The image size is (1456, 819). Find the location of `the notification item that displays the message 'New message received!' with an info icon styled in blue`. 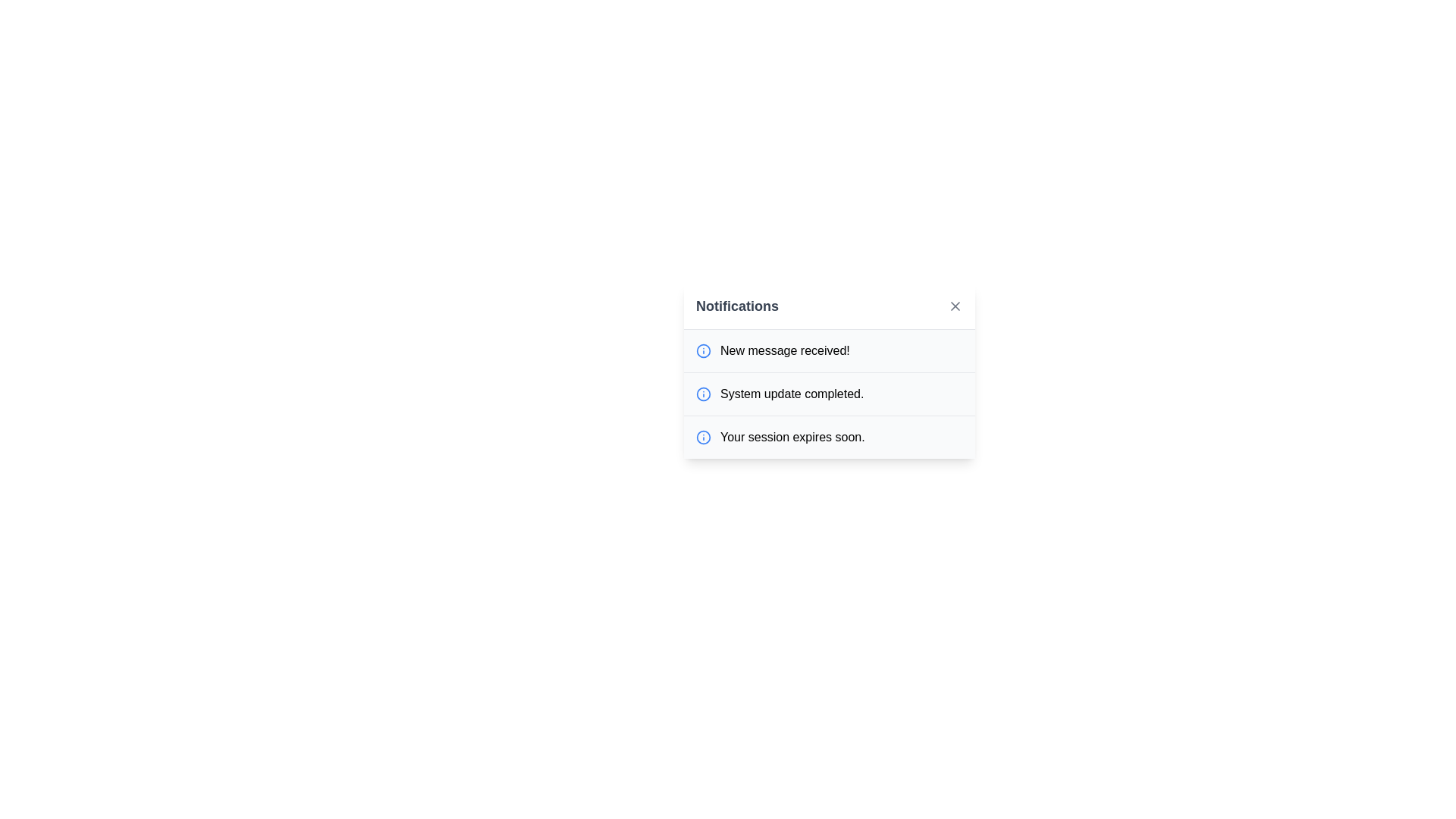

the notification item that displays the message 'New message received!' with an info icon styled in blue is located at coordinates (773, 350).